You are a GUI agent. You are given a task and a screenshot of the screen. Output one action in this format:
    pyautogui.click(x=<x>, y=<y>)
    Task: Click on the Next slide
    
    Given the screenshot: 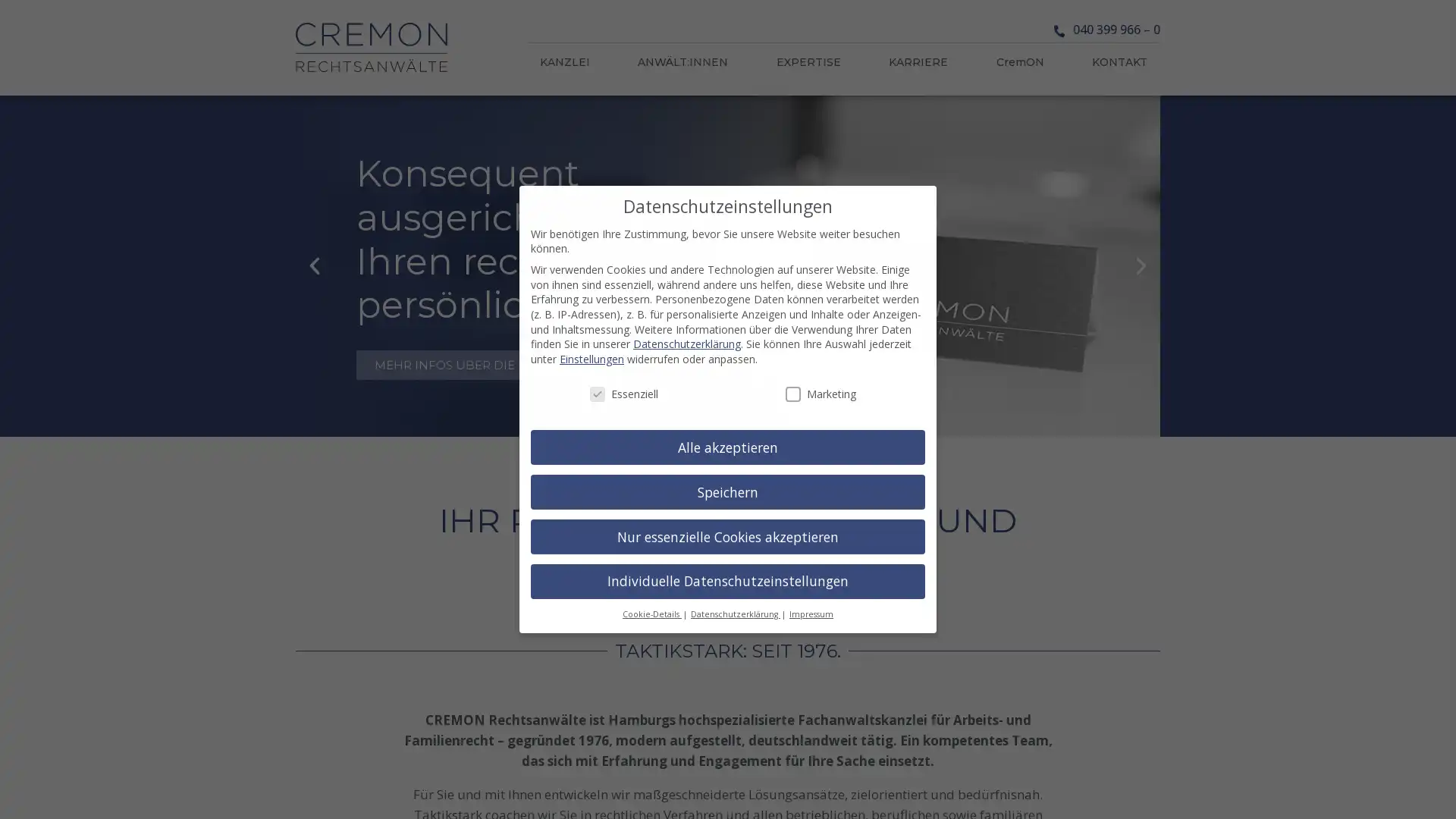 What is the action you would take?
    pyautogui.click(x=1141, y=265)
    